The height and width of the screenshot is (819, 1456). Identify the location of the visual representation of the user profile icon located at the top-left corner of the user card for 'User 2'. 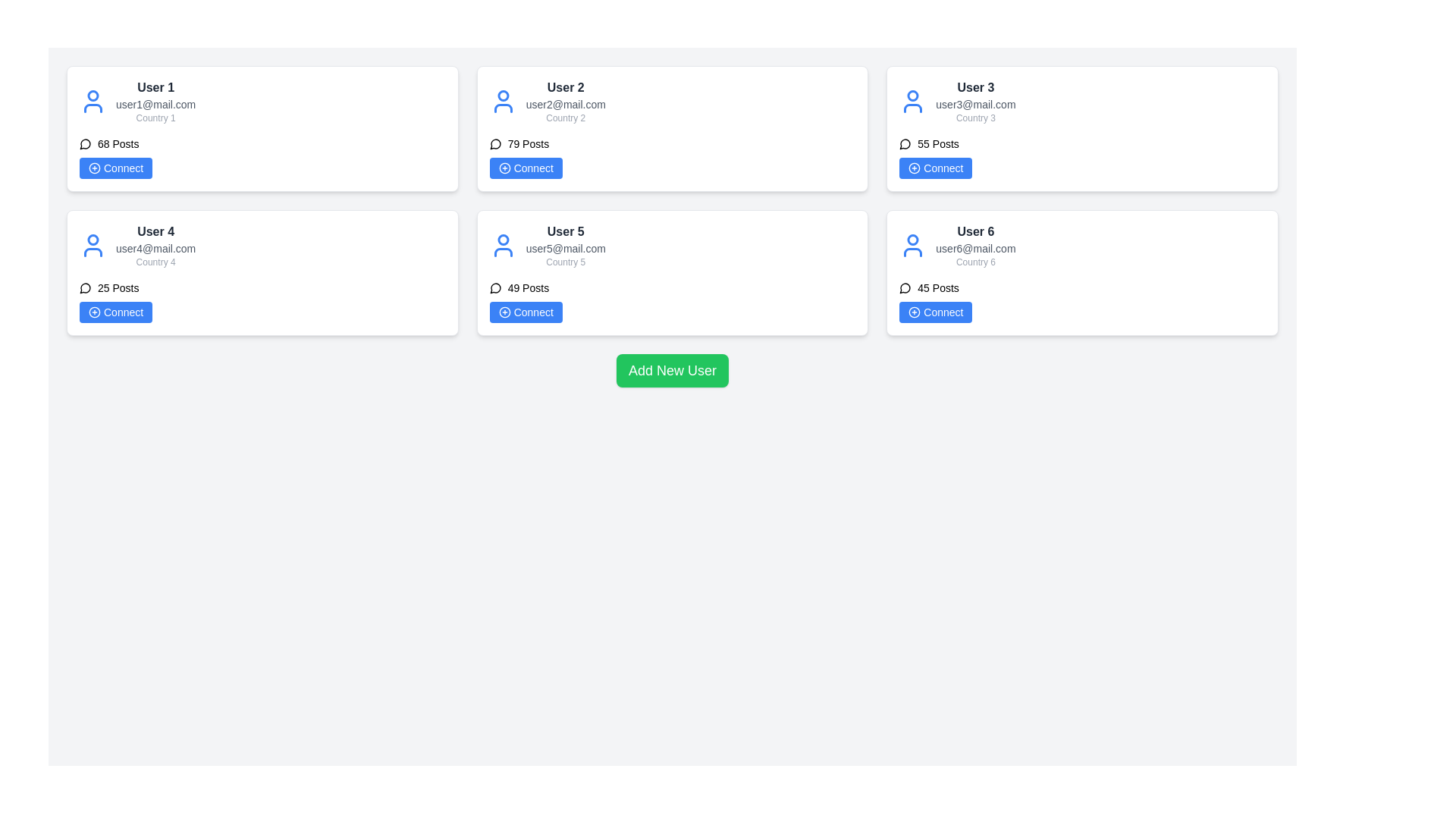
(503, 96).